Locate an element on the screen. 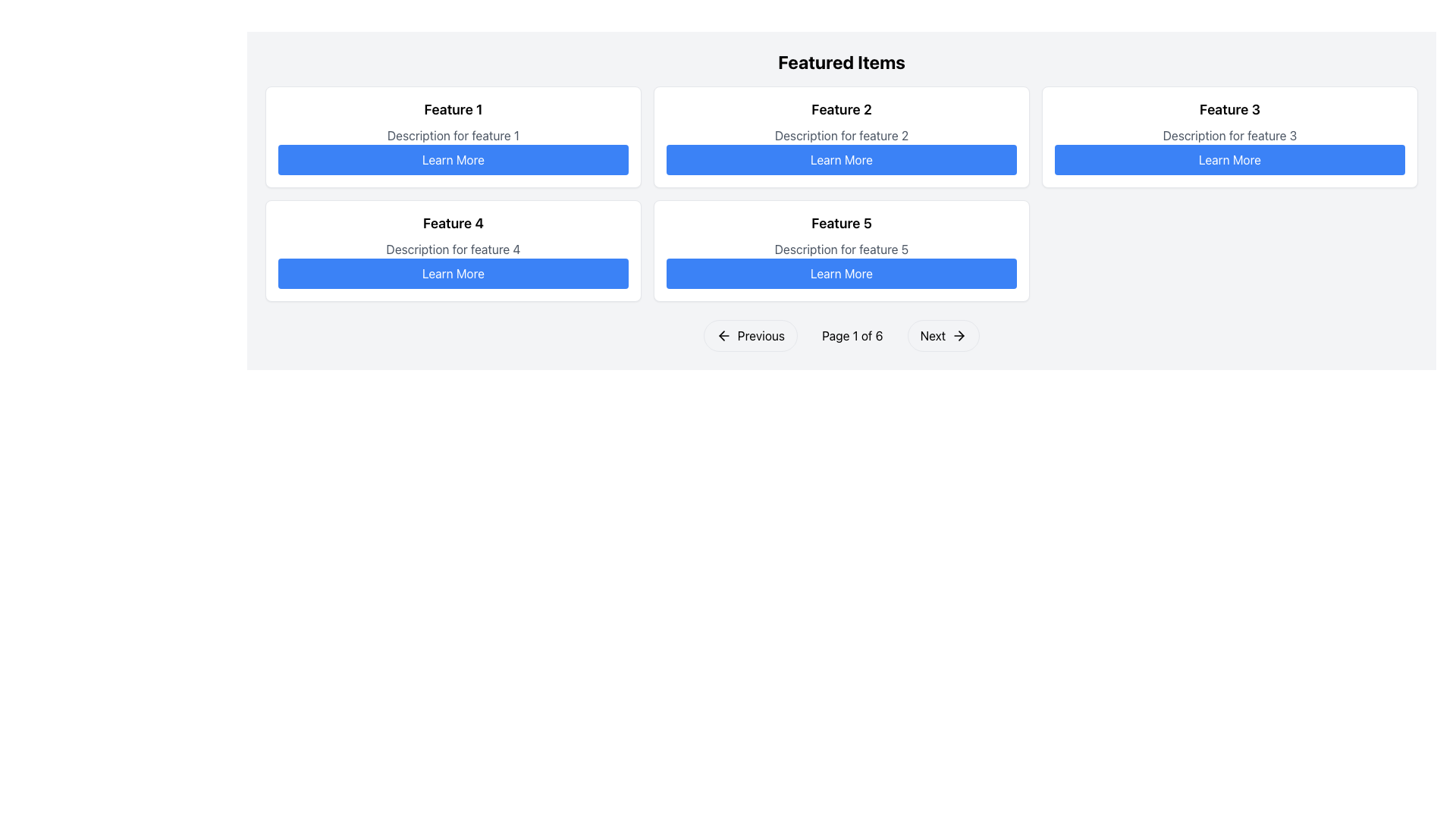 Image resolution: width=1456 pixels, height=819 pixels. the pagination state text located centrally in the footer navigation bar, positioned between the 'Previous' and 'Next' buttons is located at coordinates (852, 335).